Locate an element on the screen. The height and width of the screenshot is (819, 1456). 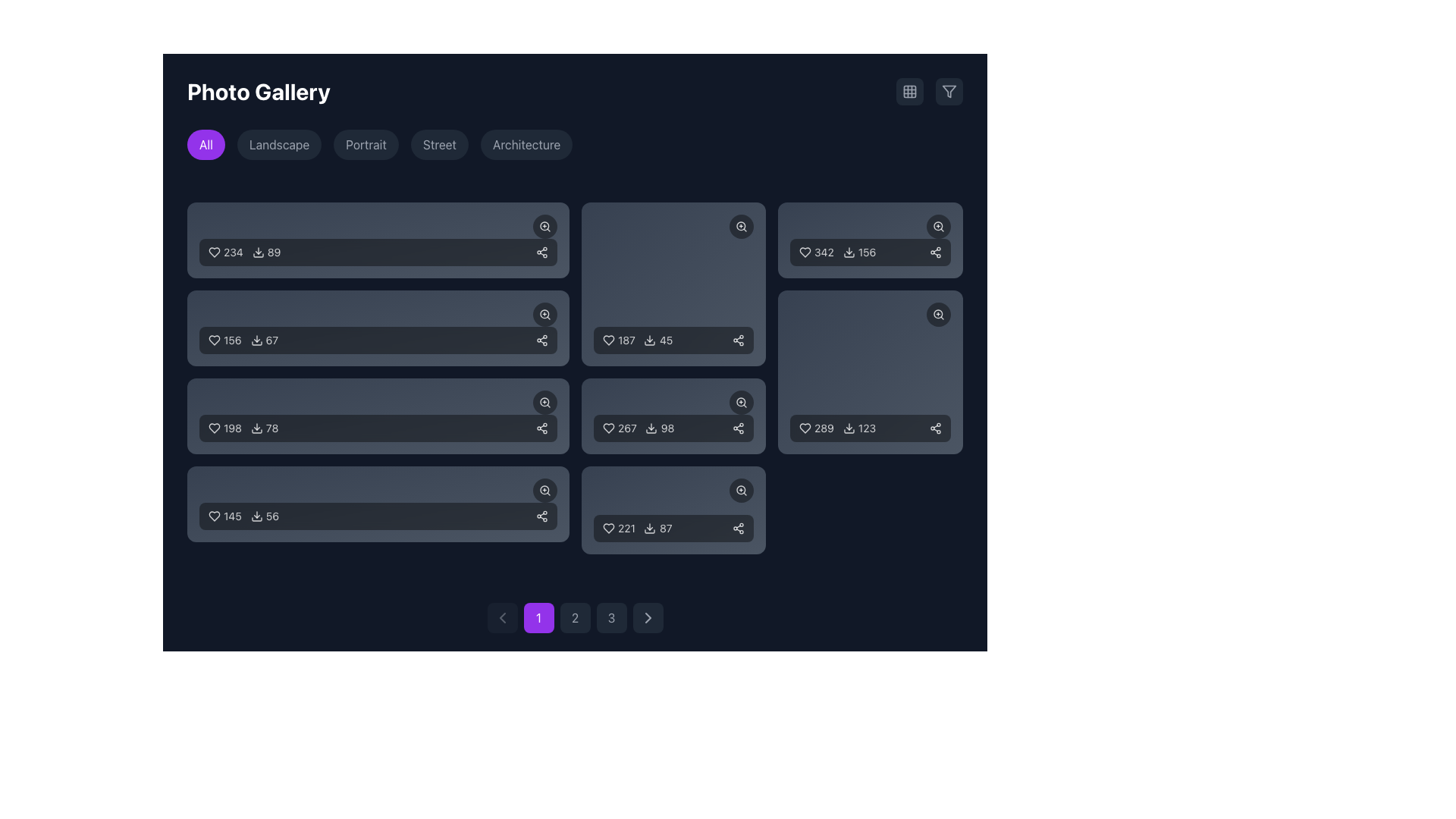
the Interactive Label with Icon that features a download symbol and the text '45', positioned to the right of the heart icon with '187' is located at coordinates (658, 339).